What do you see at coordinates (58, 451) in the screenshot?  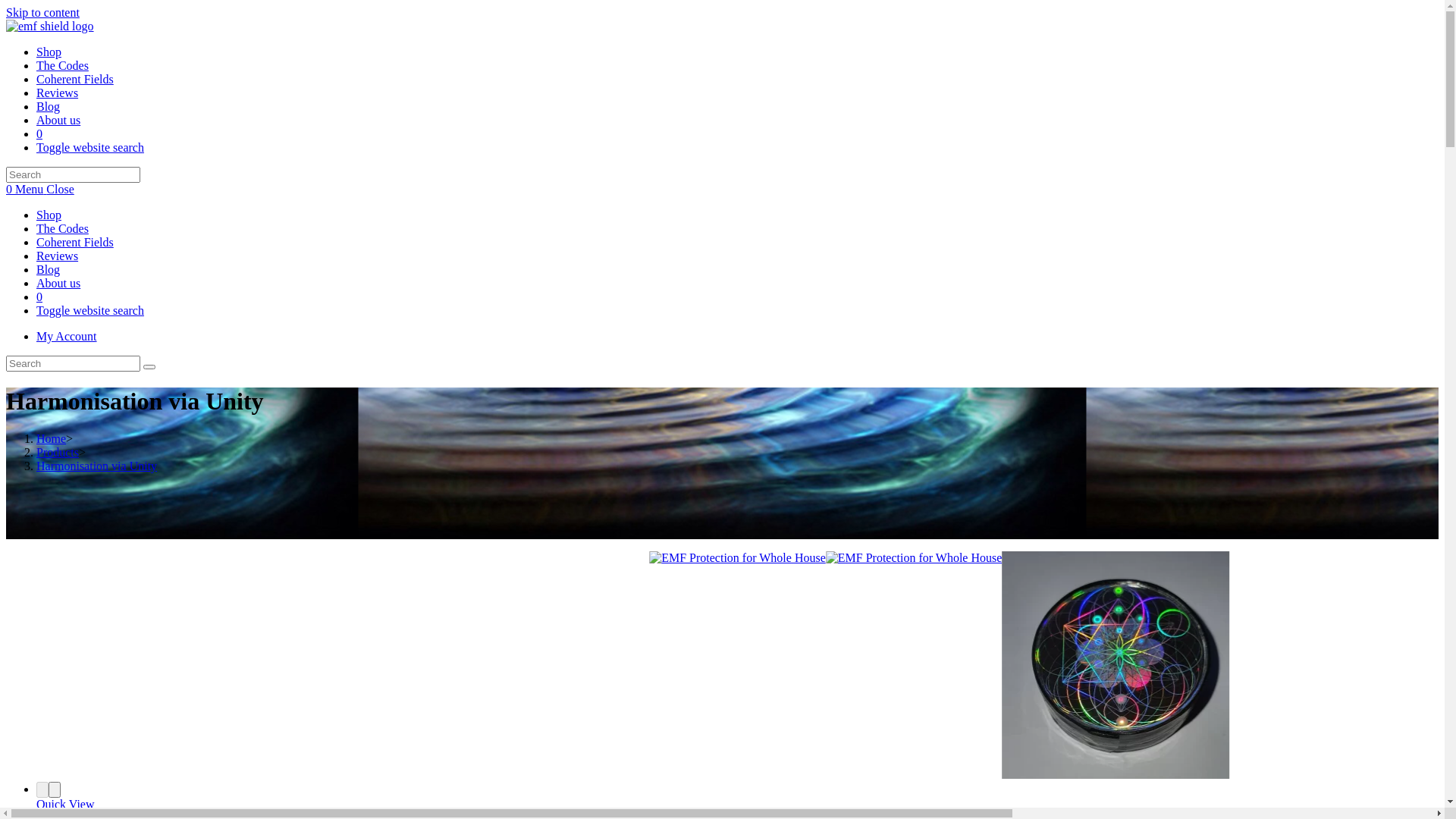 I see `'Products'` at bounding box center [58, 451].